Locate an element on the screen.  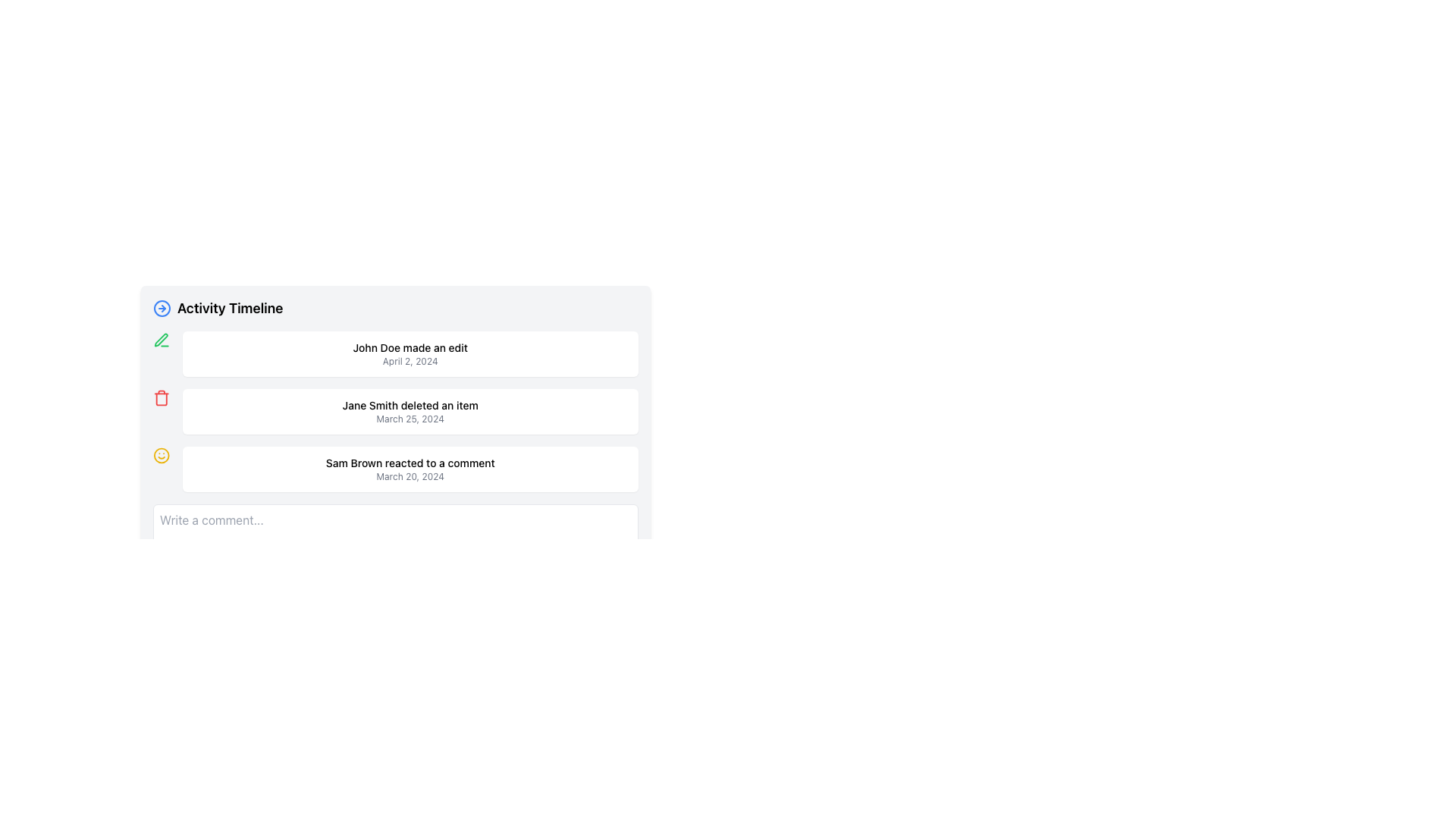
the pen icon representing the edit functionality located at the top-left of the first activity item in the timeline interface is located at coordinates (161, 339).